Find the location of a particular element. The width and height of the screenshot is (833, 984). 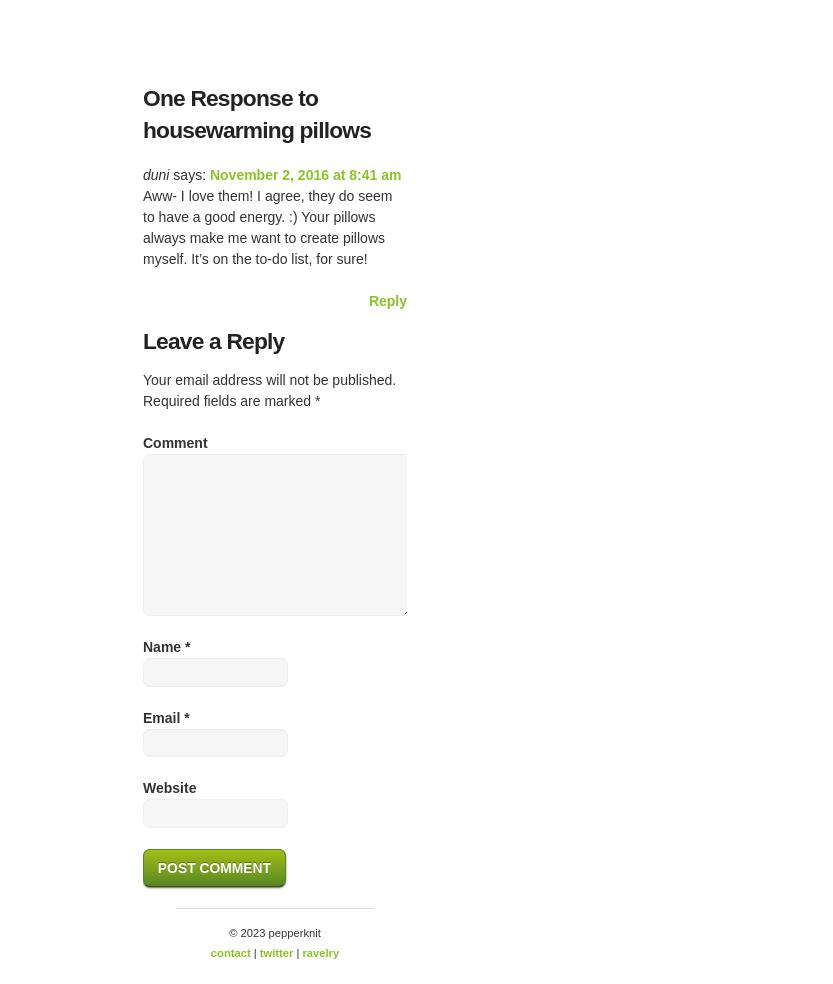

'Comment' is located at coordinates (143, 442).